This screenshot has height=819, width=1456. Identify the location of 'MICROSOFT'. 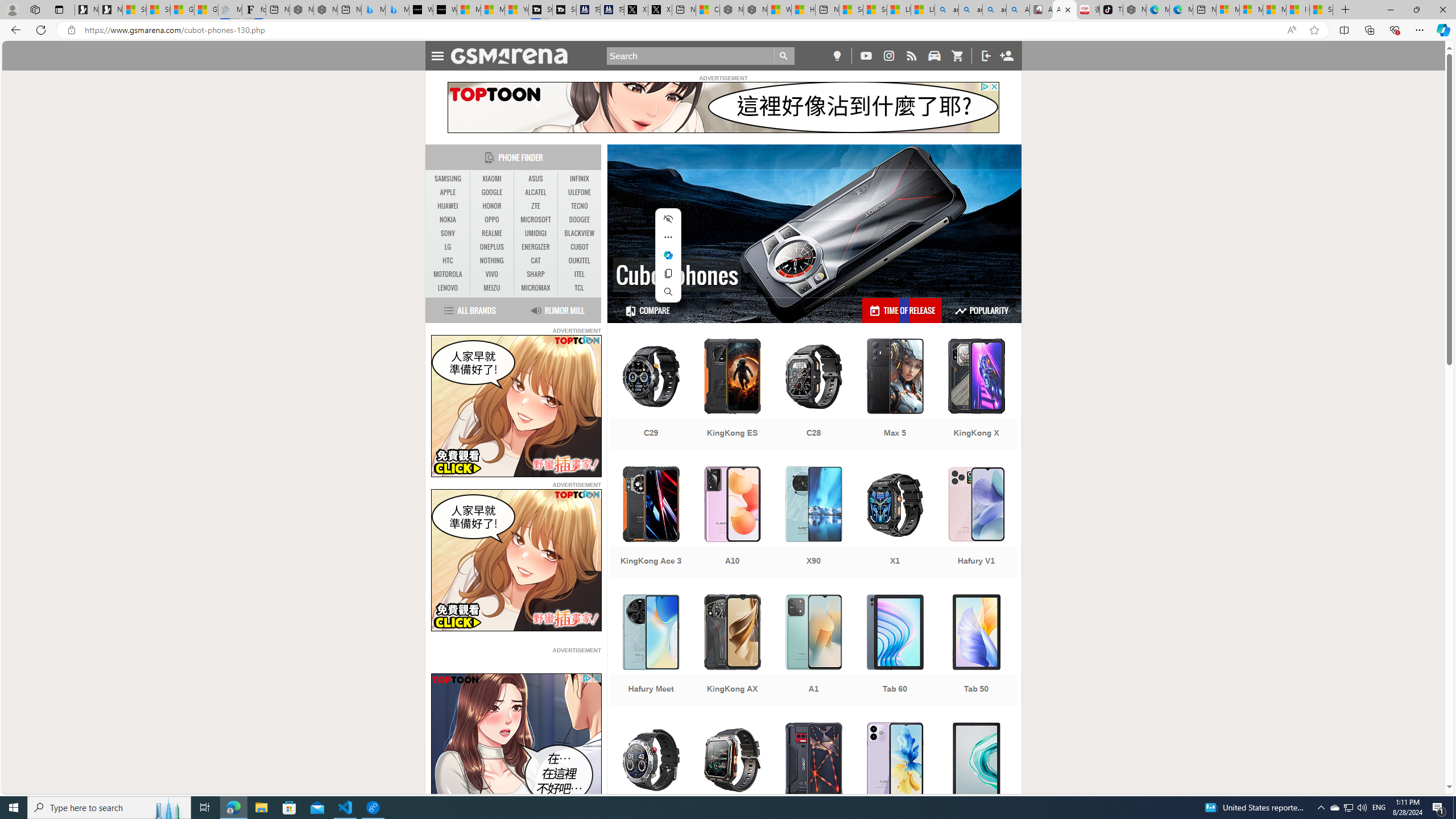
(535, 220).